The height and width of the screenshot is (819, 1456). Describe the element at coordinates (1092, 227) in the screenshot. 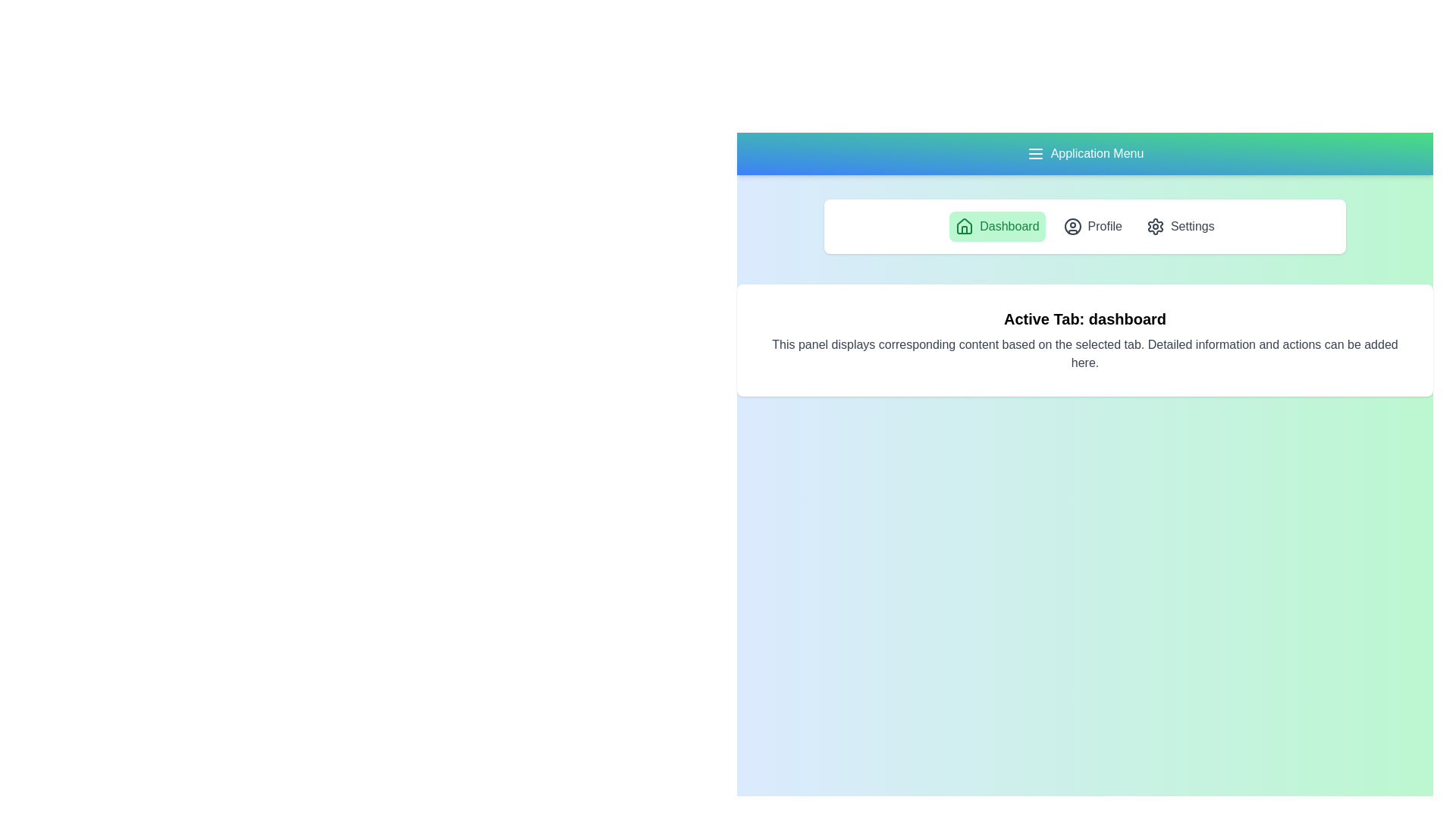

I see `the tab button corresponding to Profile to switch to that tab` at that location.